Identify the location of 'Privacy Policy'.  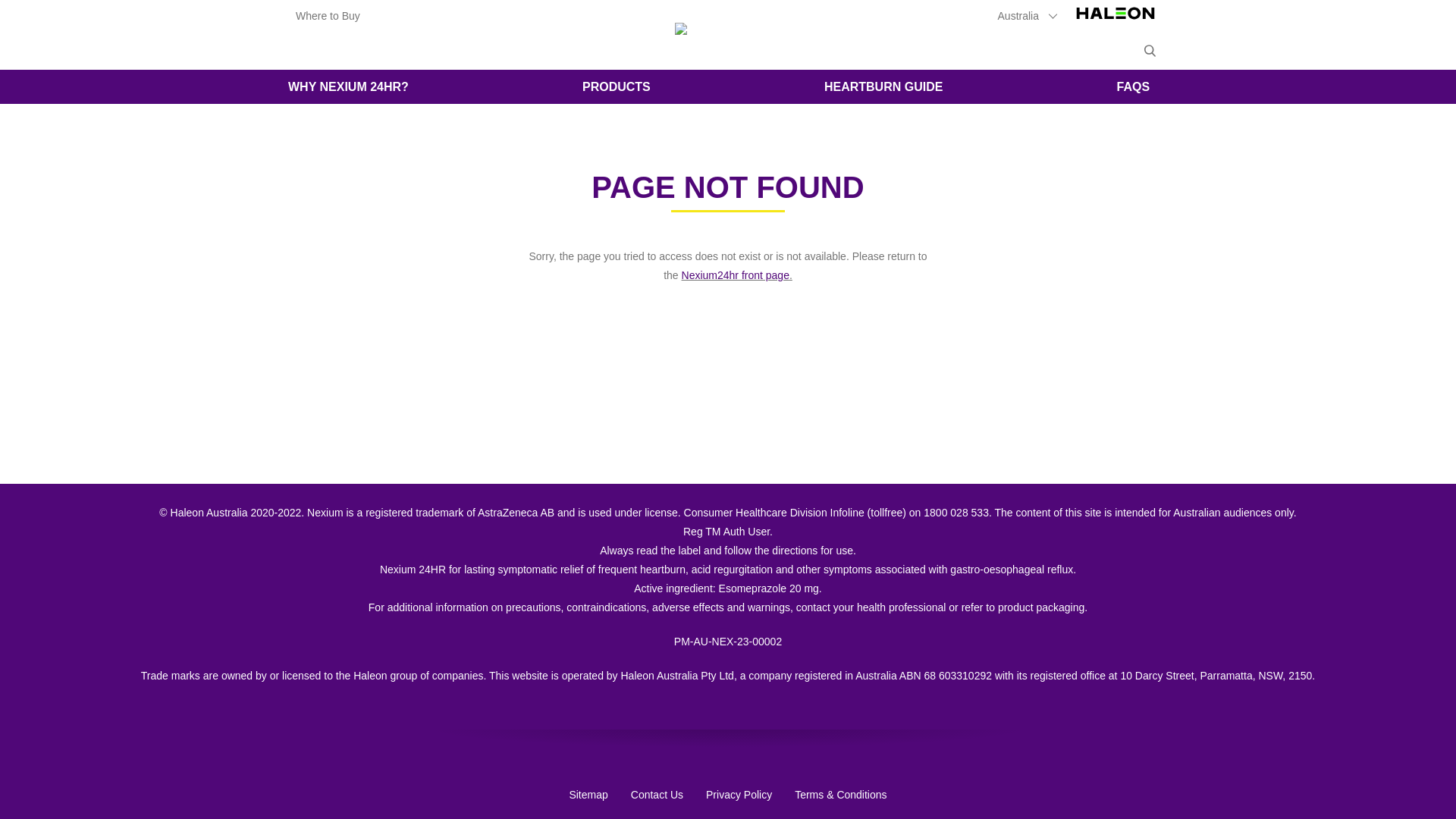
(705, 794).